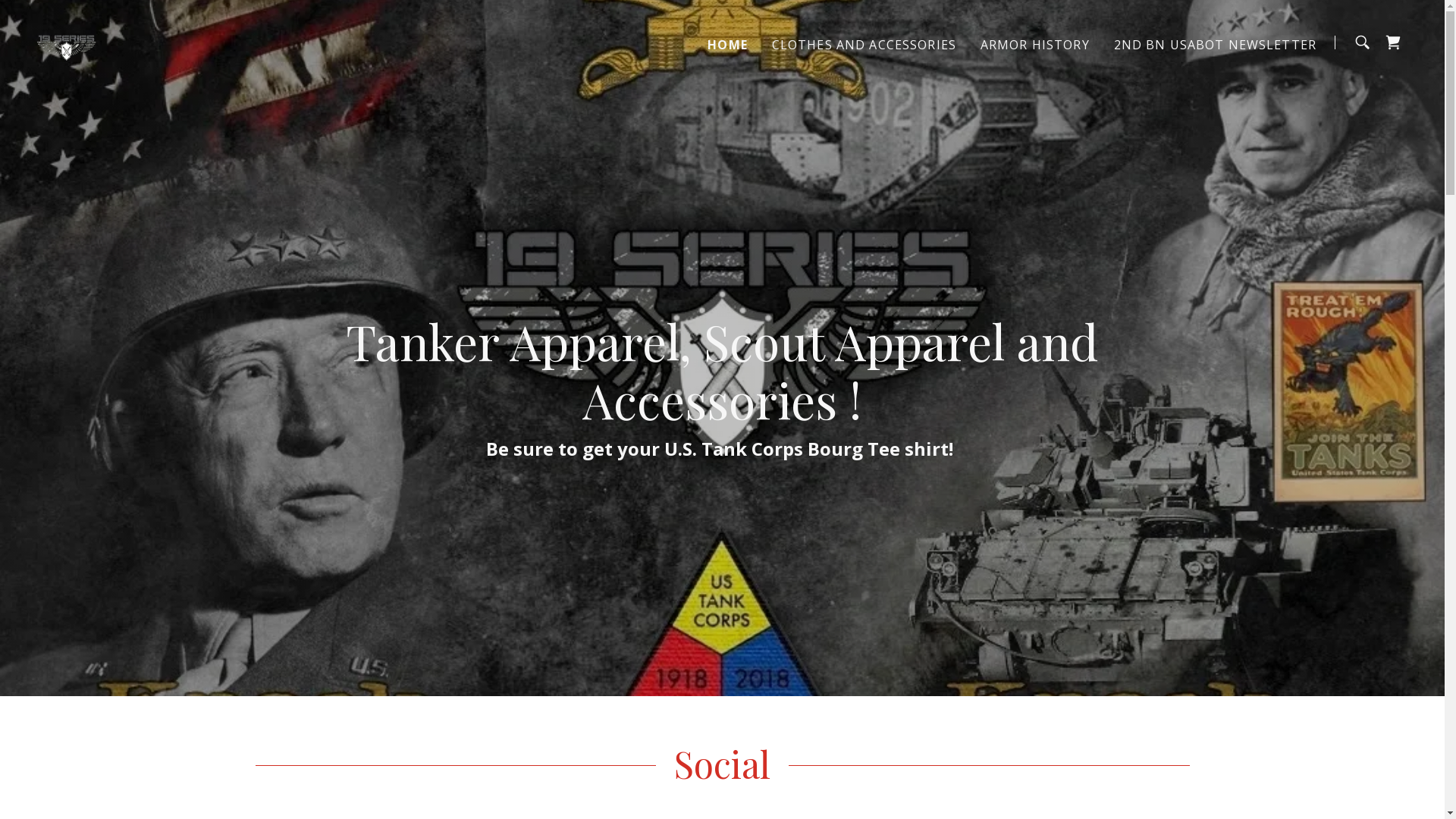  I want to click on '2ND BN USABOT NEWSLETTER', so click(1215, 42).